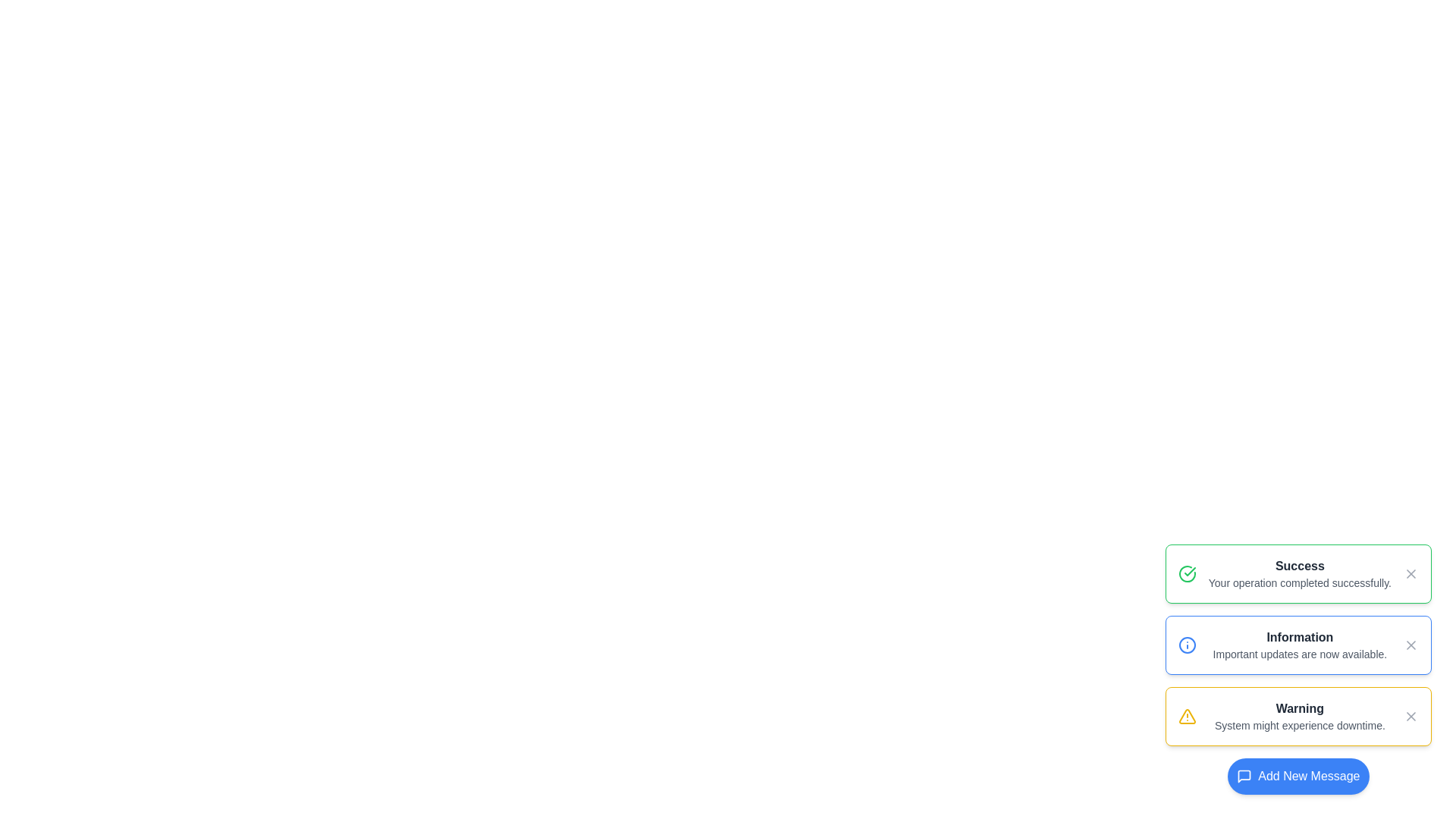 The image size is (1456, 819). Describe the element at coordinates (1299, 645) in the screenshot. I see `the informational display component titled 'Information', which is positioned as the second notification in a vertical list of notifications` at that location.